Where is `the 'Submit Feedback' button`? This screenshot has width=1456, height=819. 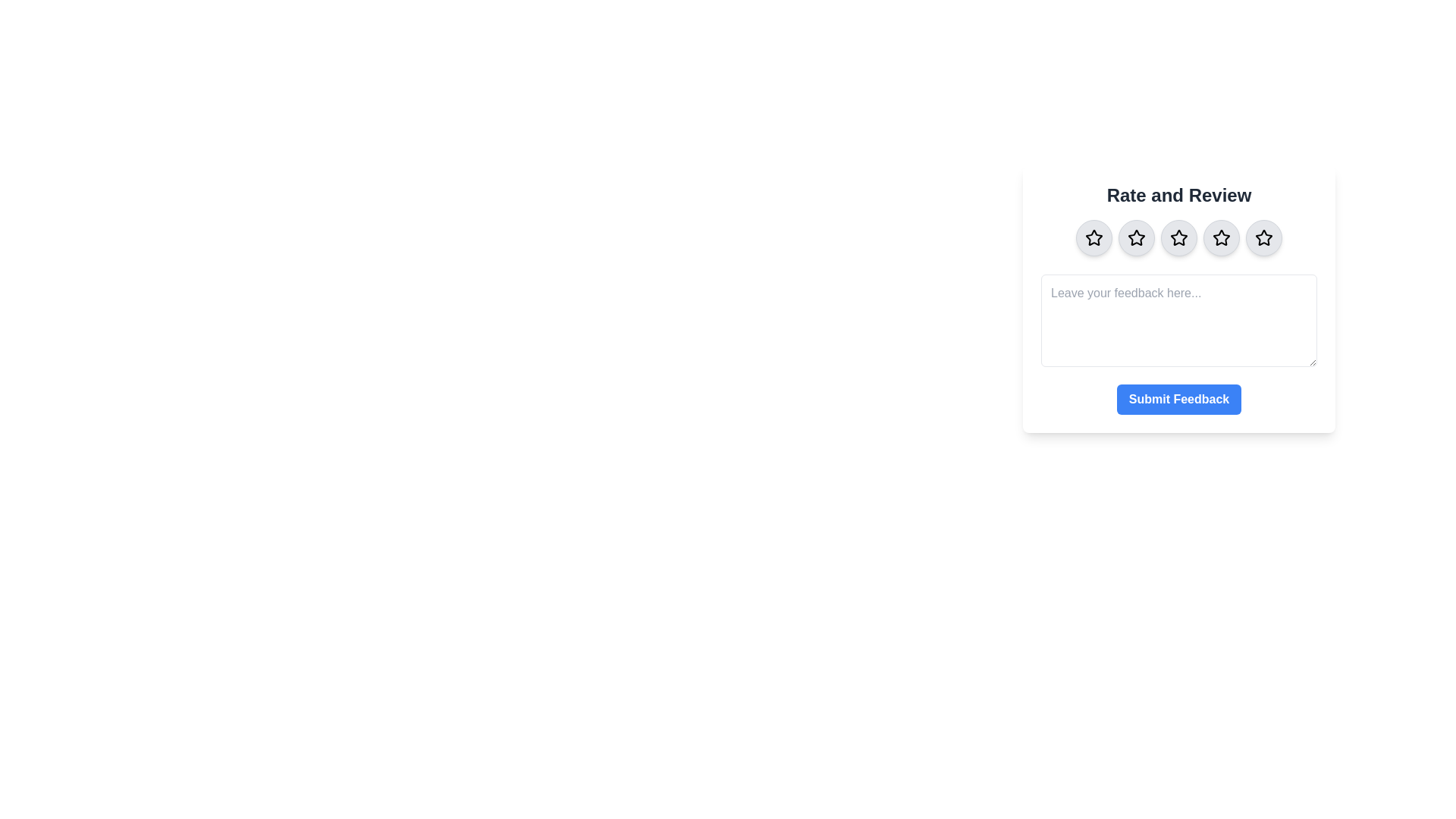 the 'Submit Feedback' button is located at coordinates (1178, 399).